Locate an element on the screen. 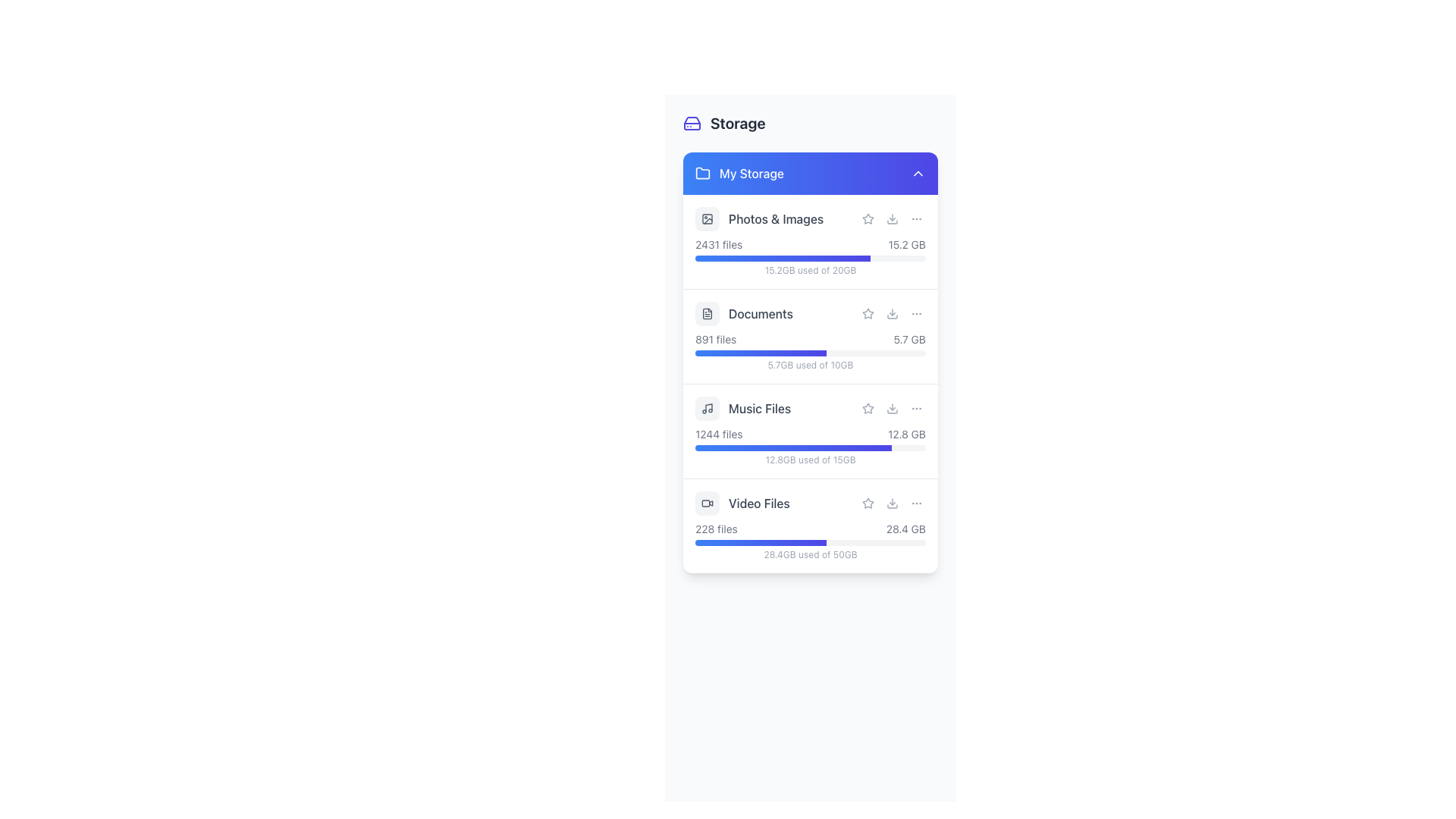 Image resolution: width=1456 pixels, height=819 pixels. the favorite marker button located to the right of the 'Music Files' label, which allows users to flag or denote the associated file category for easy reference, to trigger a tooltip or visual feedback is located at coordinates (868, 408).